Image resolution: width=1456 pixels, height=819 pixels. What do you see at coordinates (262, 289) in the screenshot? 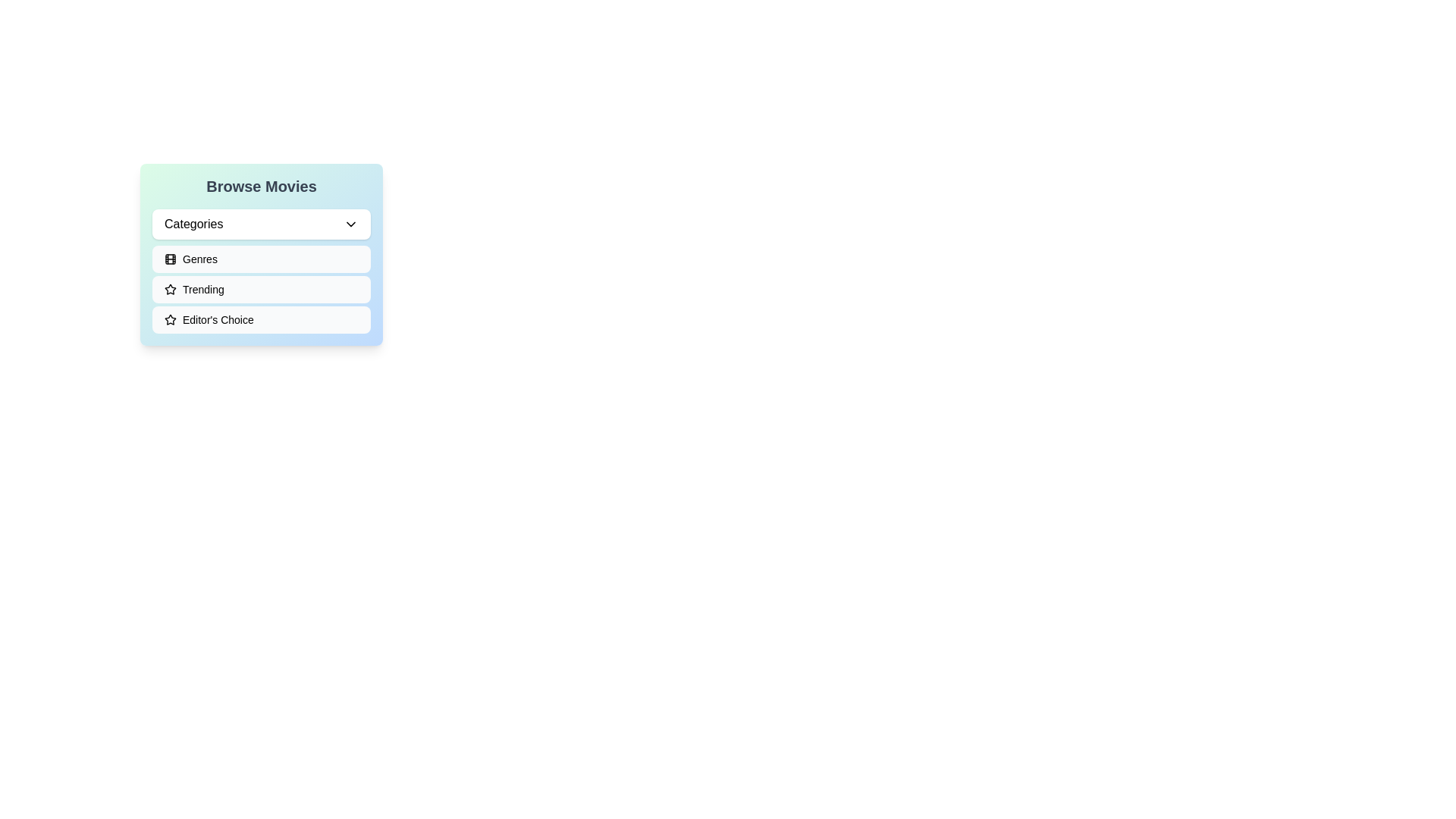
I see `the 'Trending' category list item within the category menu` at bounding box center [262, 289].